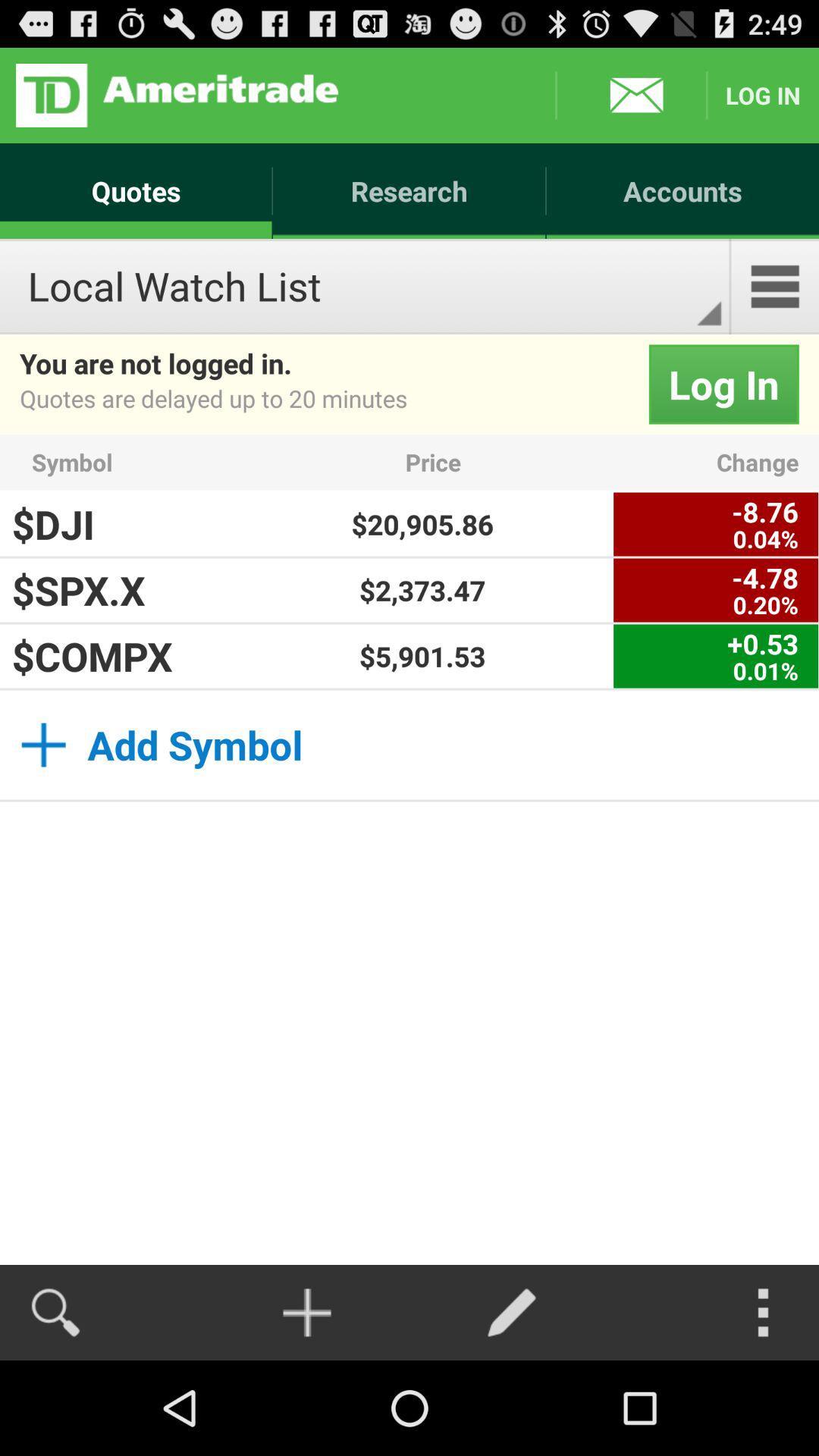 The height and width of the screenshot is (1456, 819). I want to click on icon next to $compx, so click(422, 656).